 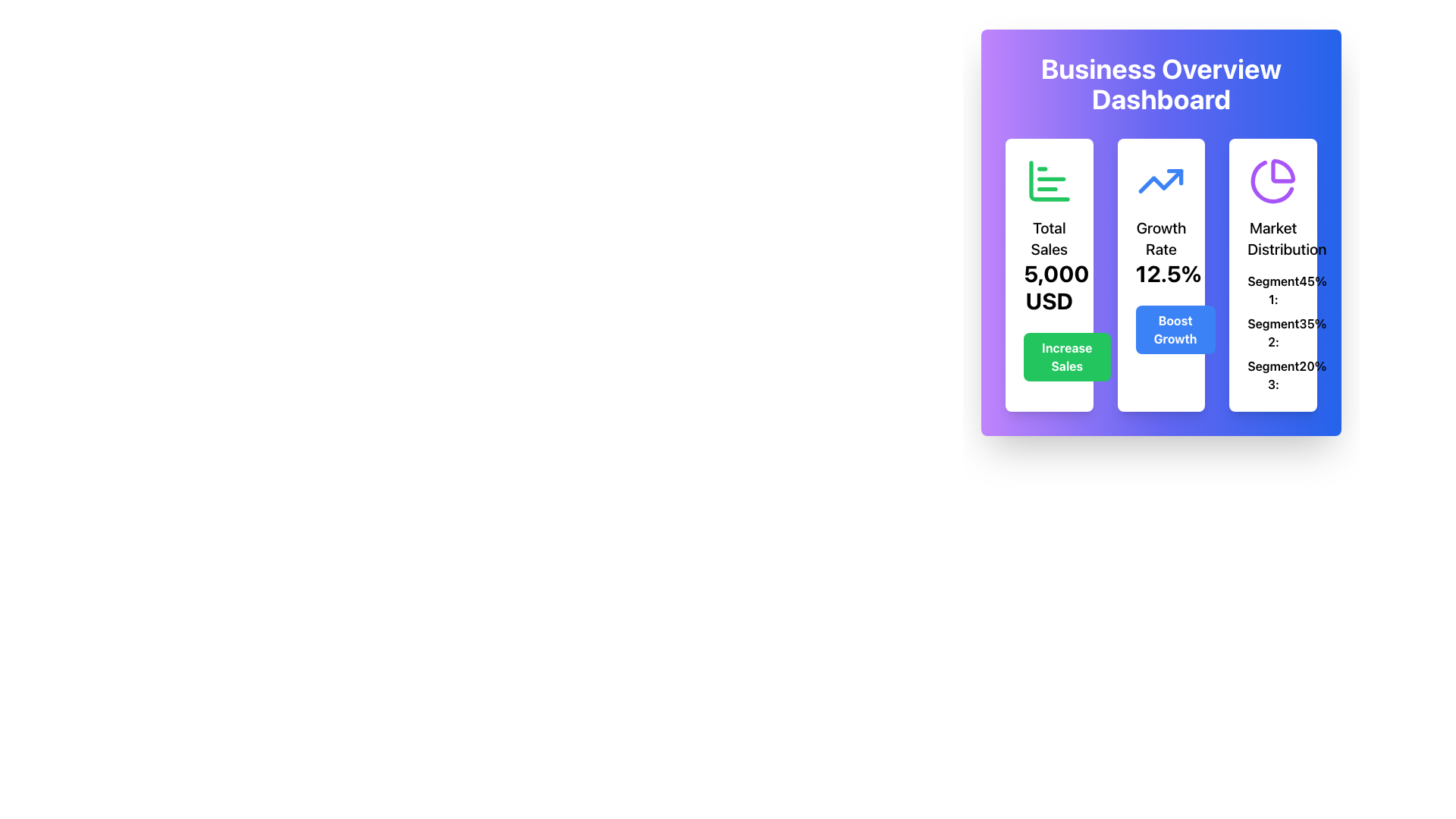 What do you see at coordinates (1048, 180) in the screenshot?
I see `the decorative icon representing total sales, located at the upper center of the 'Total Sales' card in the dashboard, above the text and green button` at bounding box center [1048, 180].